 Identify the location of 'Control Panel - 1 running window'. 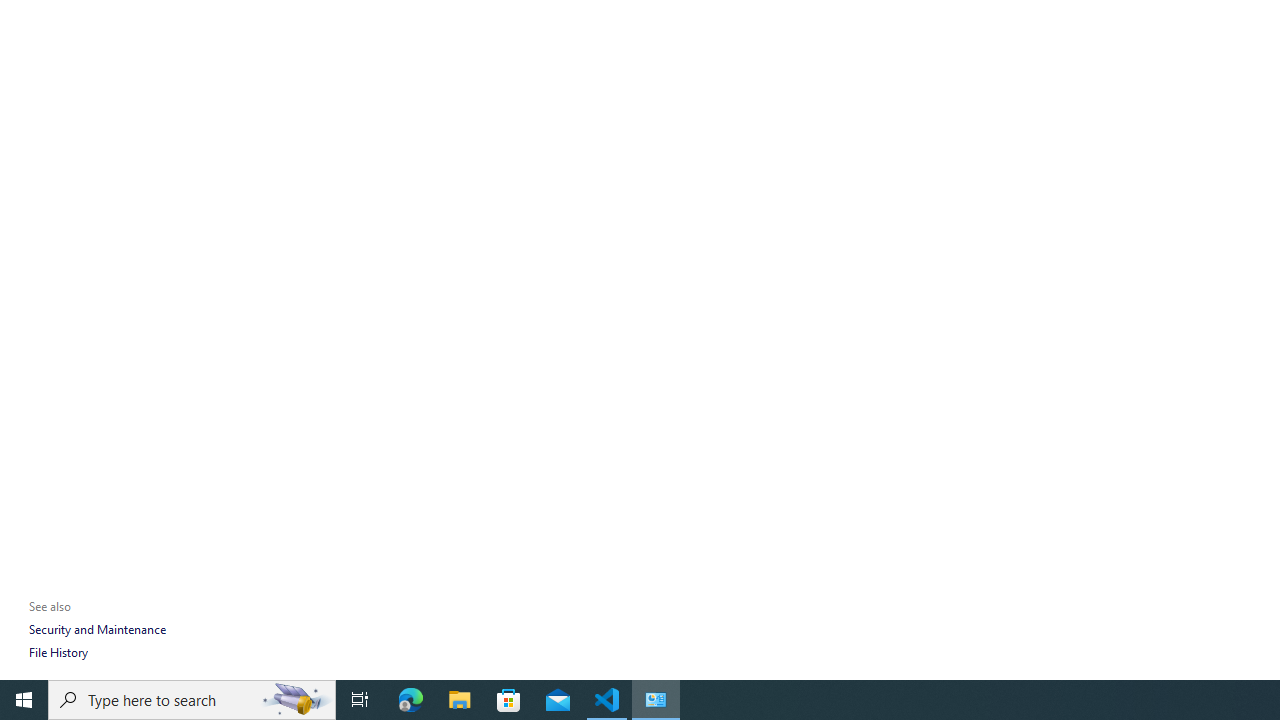
(656, 698).